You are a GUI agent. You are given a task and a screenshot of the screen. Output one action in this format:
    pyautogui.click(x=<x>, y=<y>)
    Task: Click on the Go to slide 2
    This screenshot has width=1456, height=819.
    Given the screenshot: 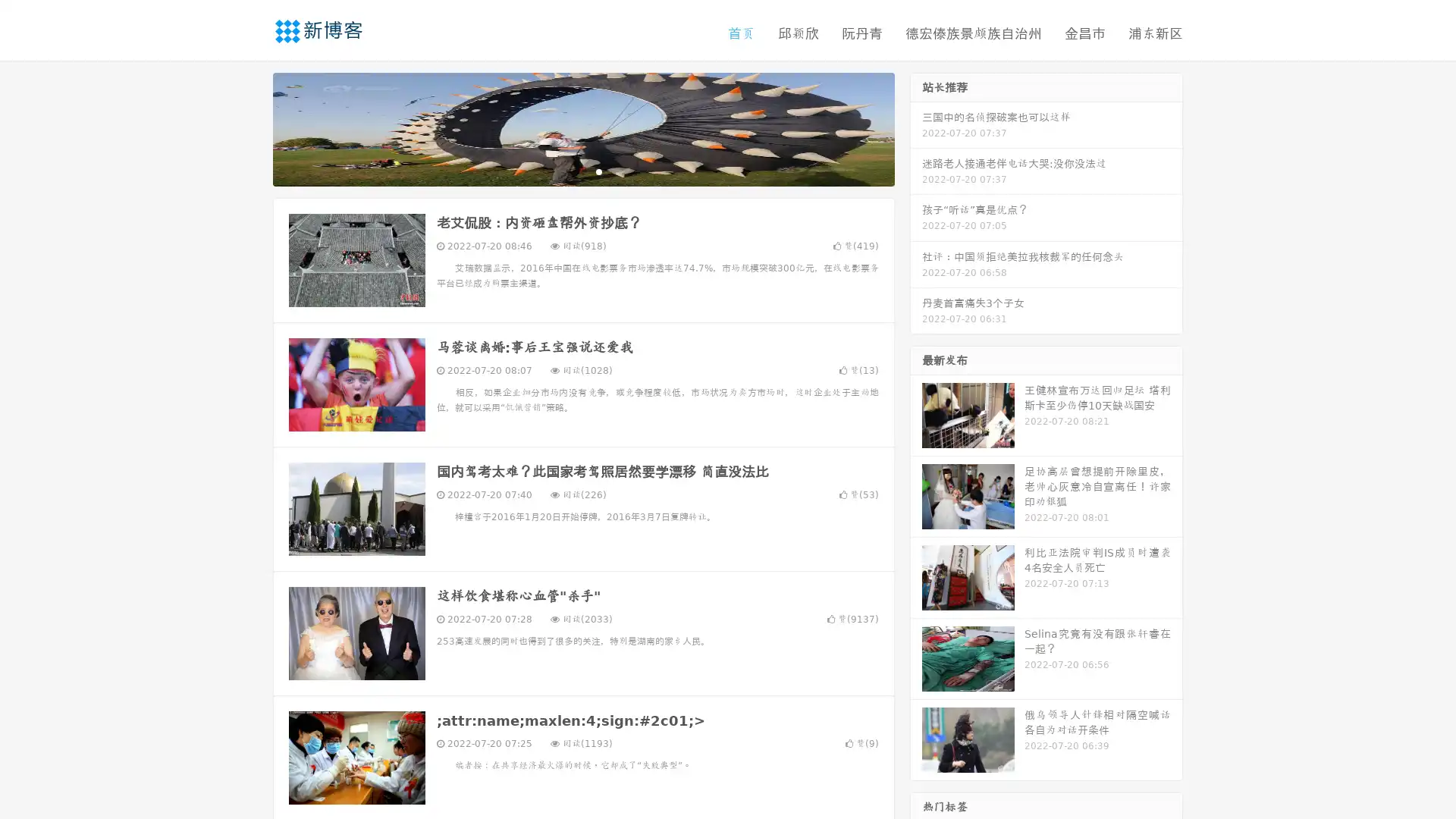 What is the action you would take?
    pyautogui.click(x=582, y=171)
    